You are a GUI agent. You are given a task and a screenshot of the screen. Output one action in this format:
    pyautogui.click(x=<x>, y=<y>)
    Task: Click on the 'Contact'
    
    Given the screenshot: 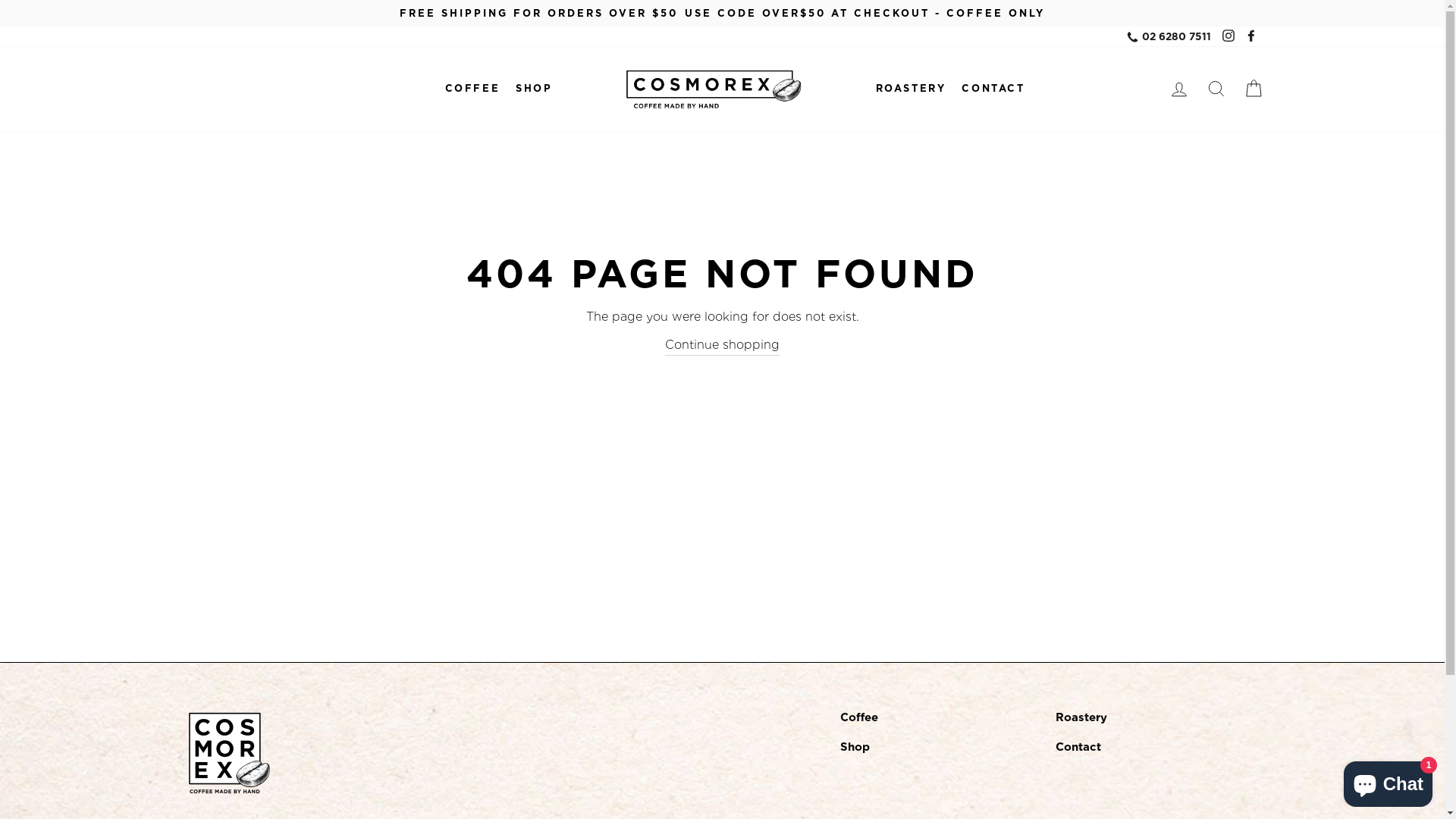 What is the action you would take?
    pyautogui.click(x=1055, y=746)
    